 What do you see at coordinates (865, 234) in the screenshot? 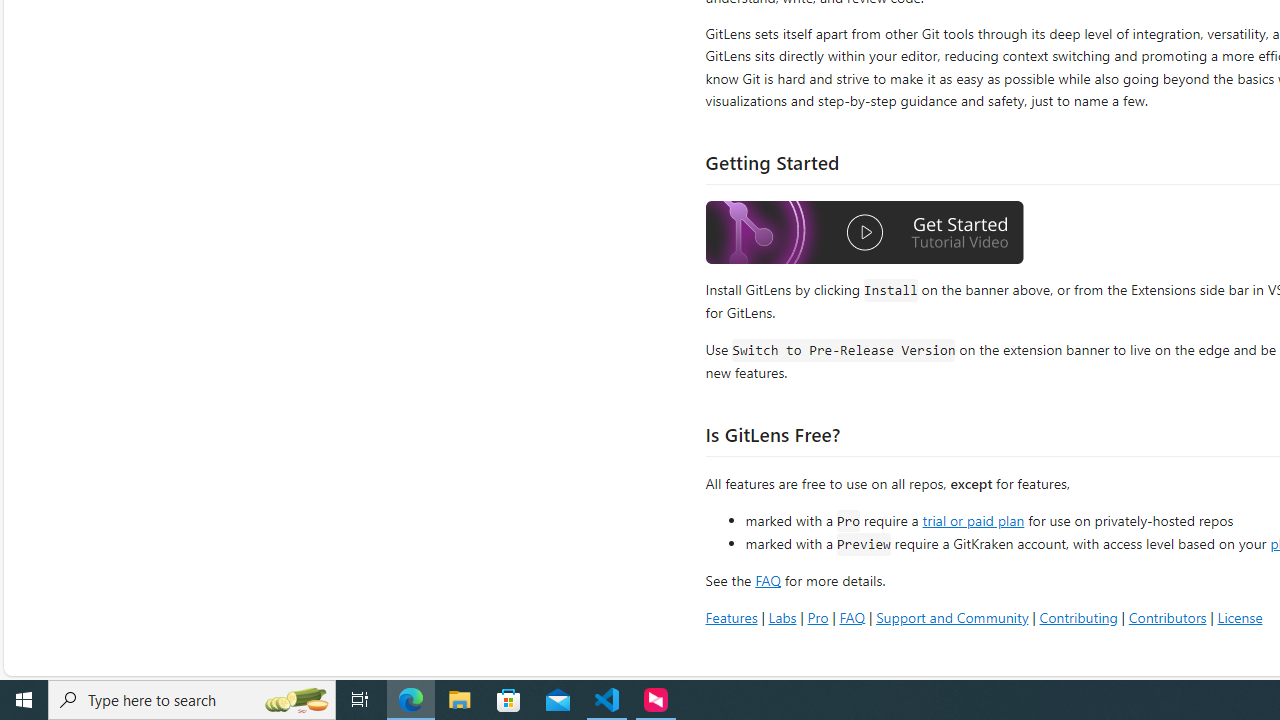
I see `'Watch the GitLens Getting Started video'` at bounding box center [865, 234].